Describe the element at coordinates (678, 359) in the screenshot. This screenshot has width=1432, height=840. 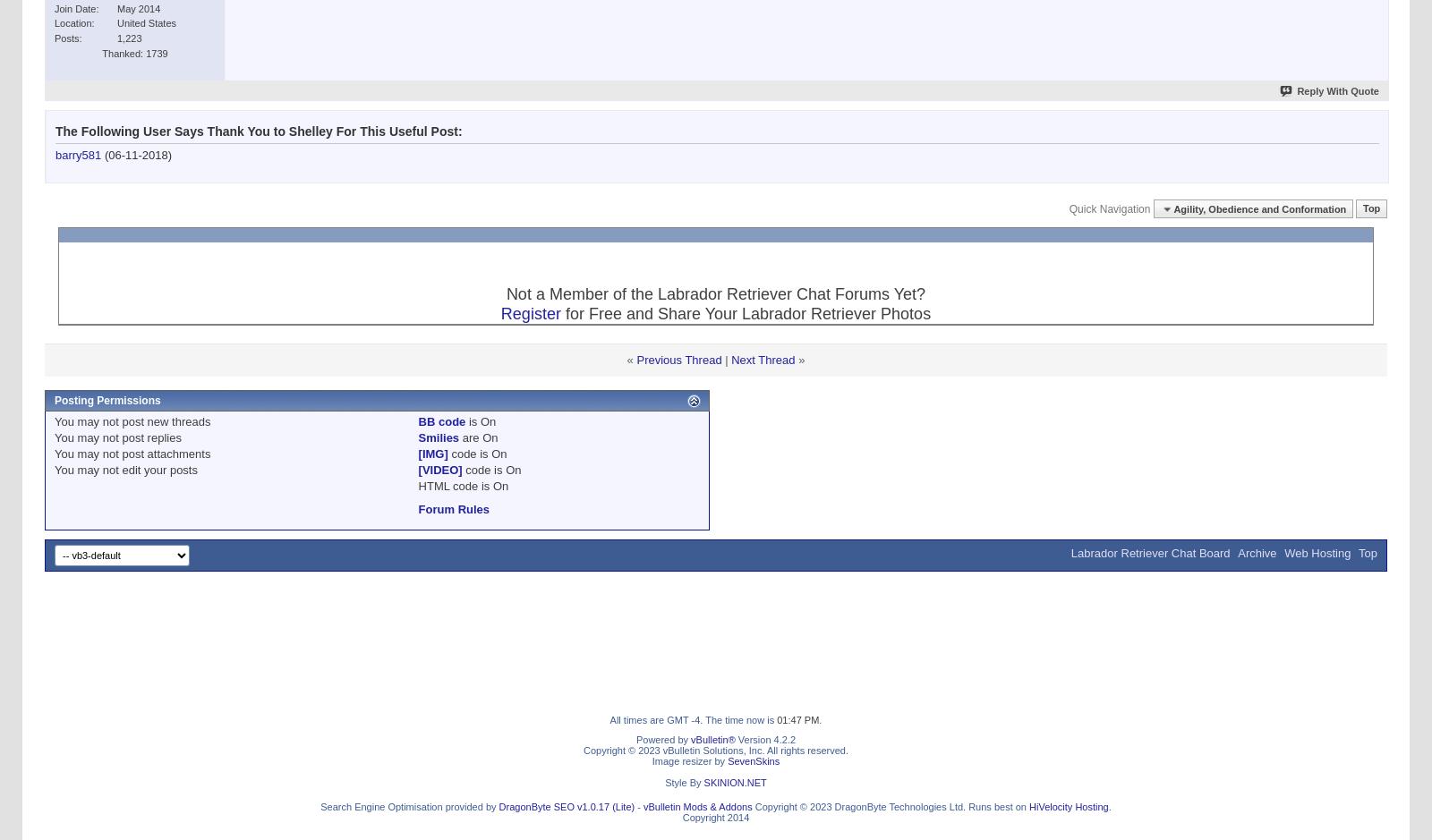
I see `'Previous Thread'` at that location.